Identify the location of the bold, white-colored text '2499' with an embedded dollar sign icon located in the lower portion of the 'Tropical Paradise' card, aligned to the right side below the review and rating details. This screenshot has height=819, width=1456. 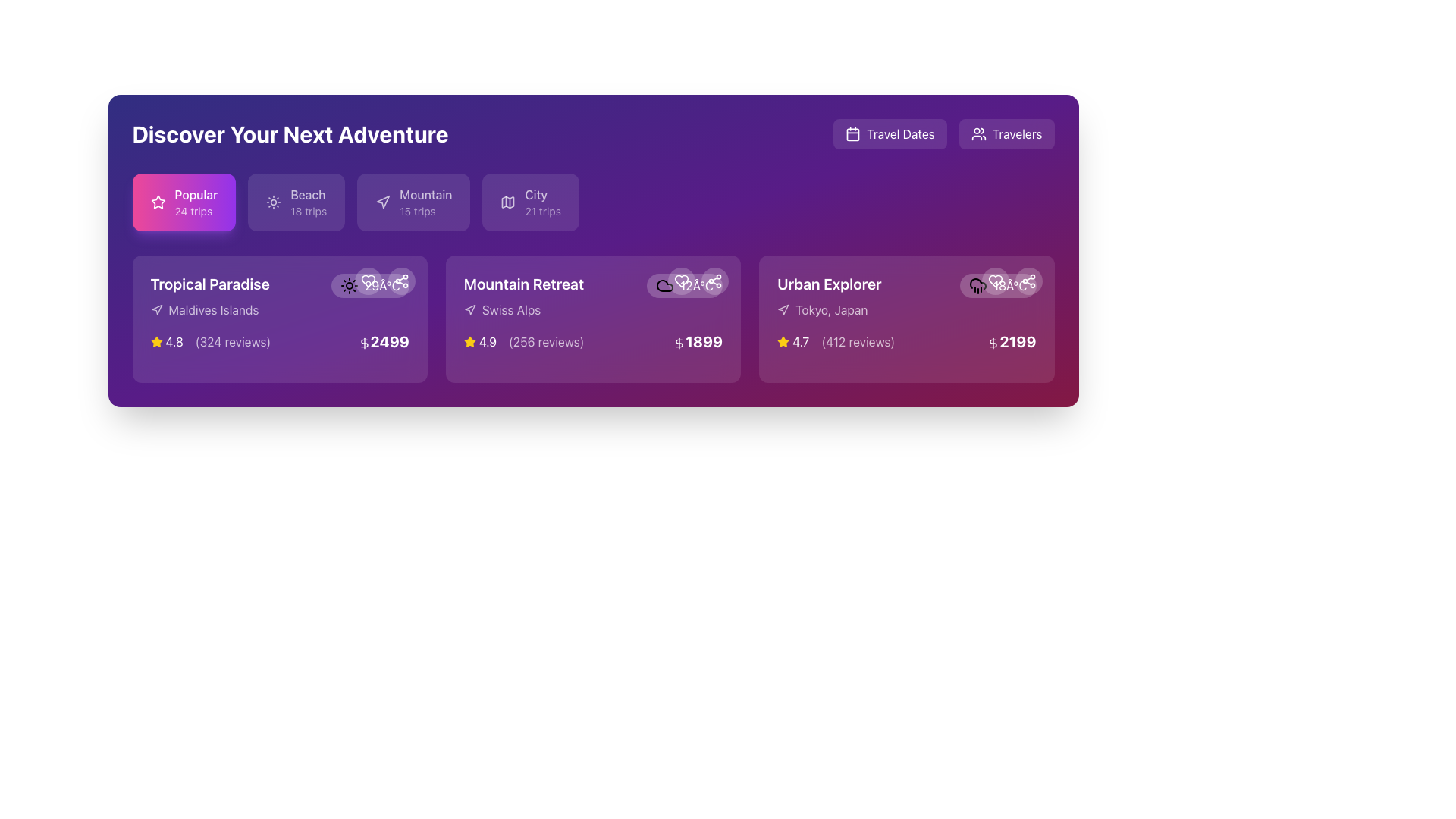
(384, 342).